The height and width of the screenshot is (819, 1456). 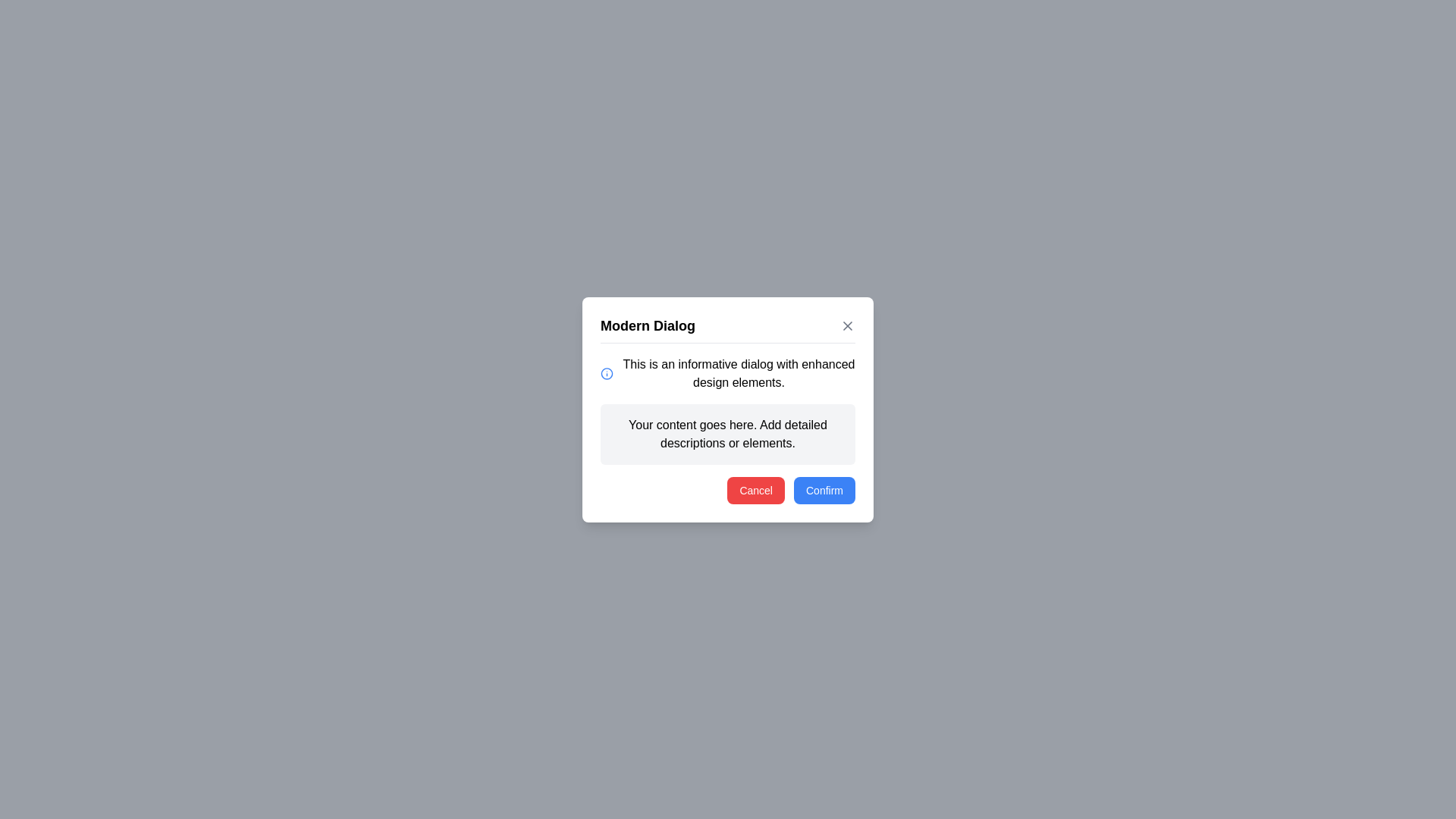 What do you see at coordinates (728, 434) in the screenshot?
I see `the informational text display box located in the lower part of the modal dialog, directly below the text block that reads 'This is an informative dialog with enhanced design elements.'` at bounding box center [728, 434].